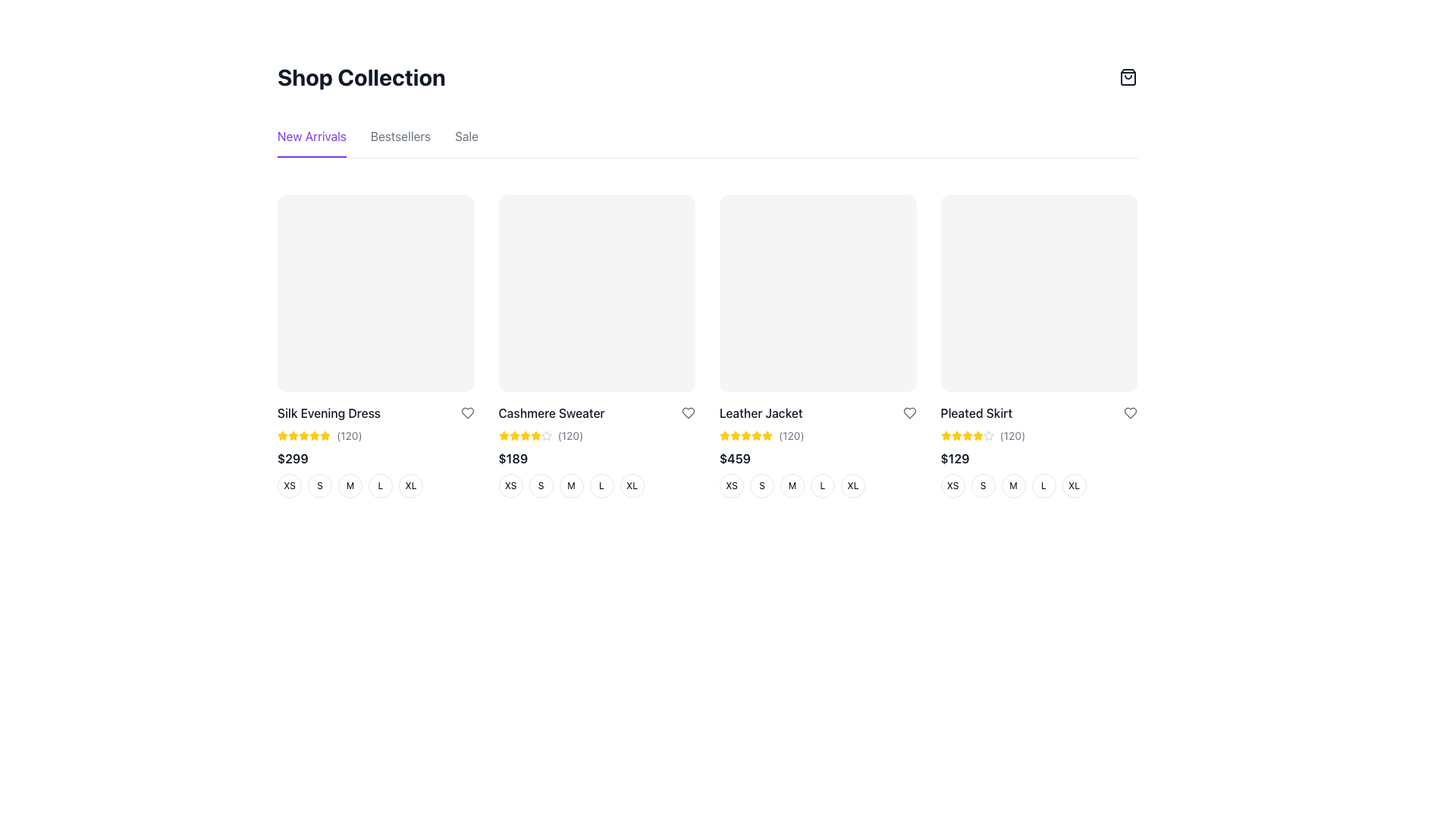 The width and height of the screenshot is (1456, 819). I want to click on the size selector button labeled 'S' for the 'Cashmere Sweater', so click(541, 485).